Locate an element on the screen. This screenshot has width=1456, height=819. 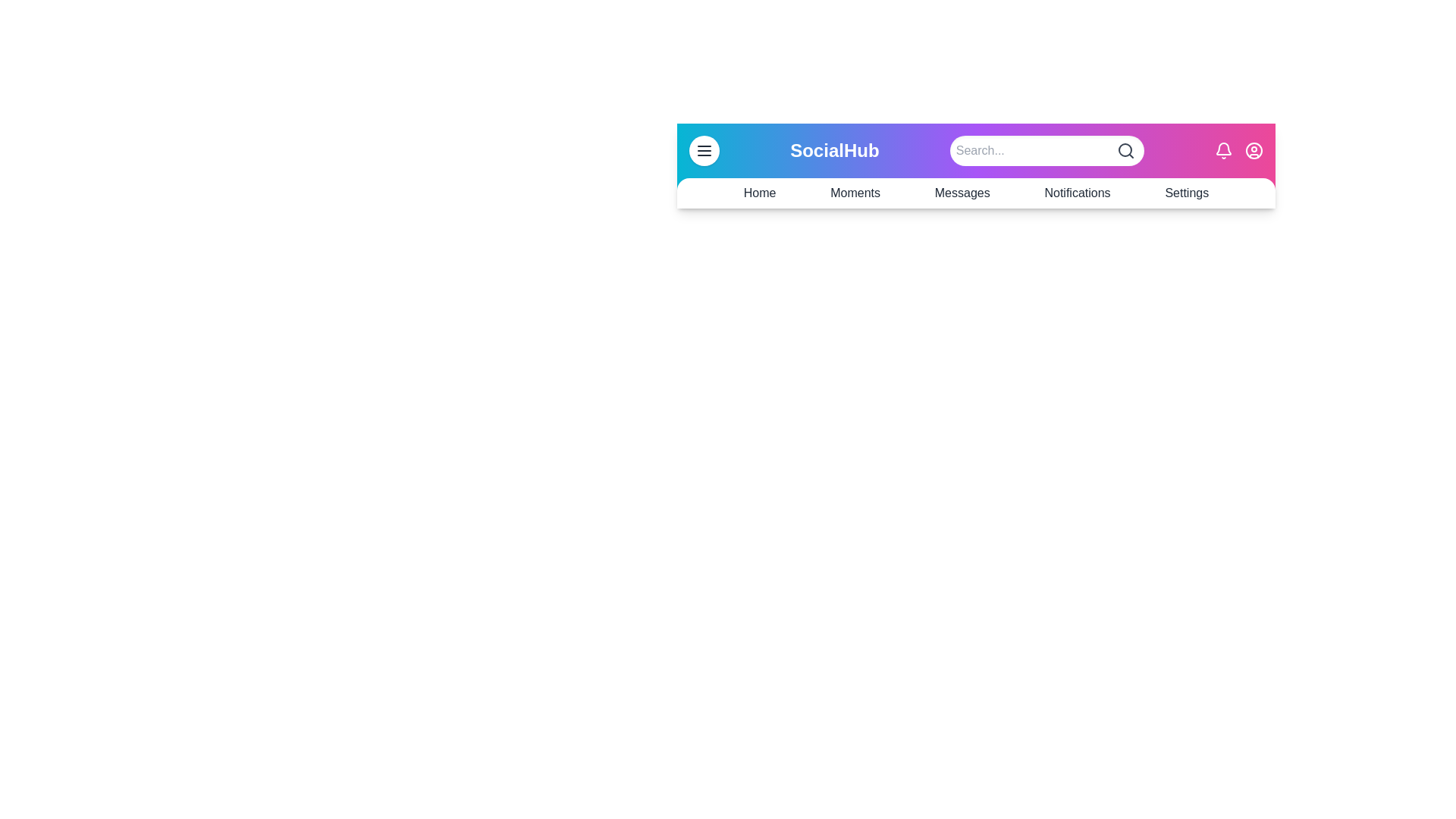
the navigation link Moments from the SocialAppBar is located at coordinates (855, 192).